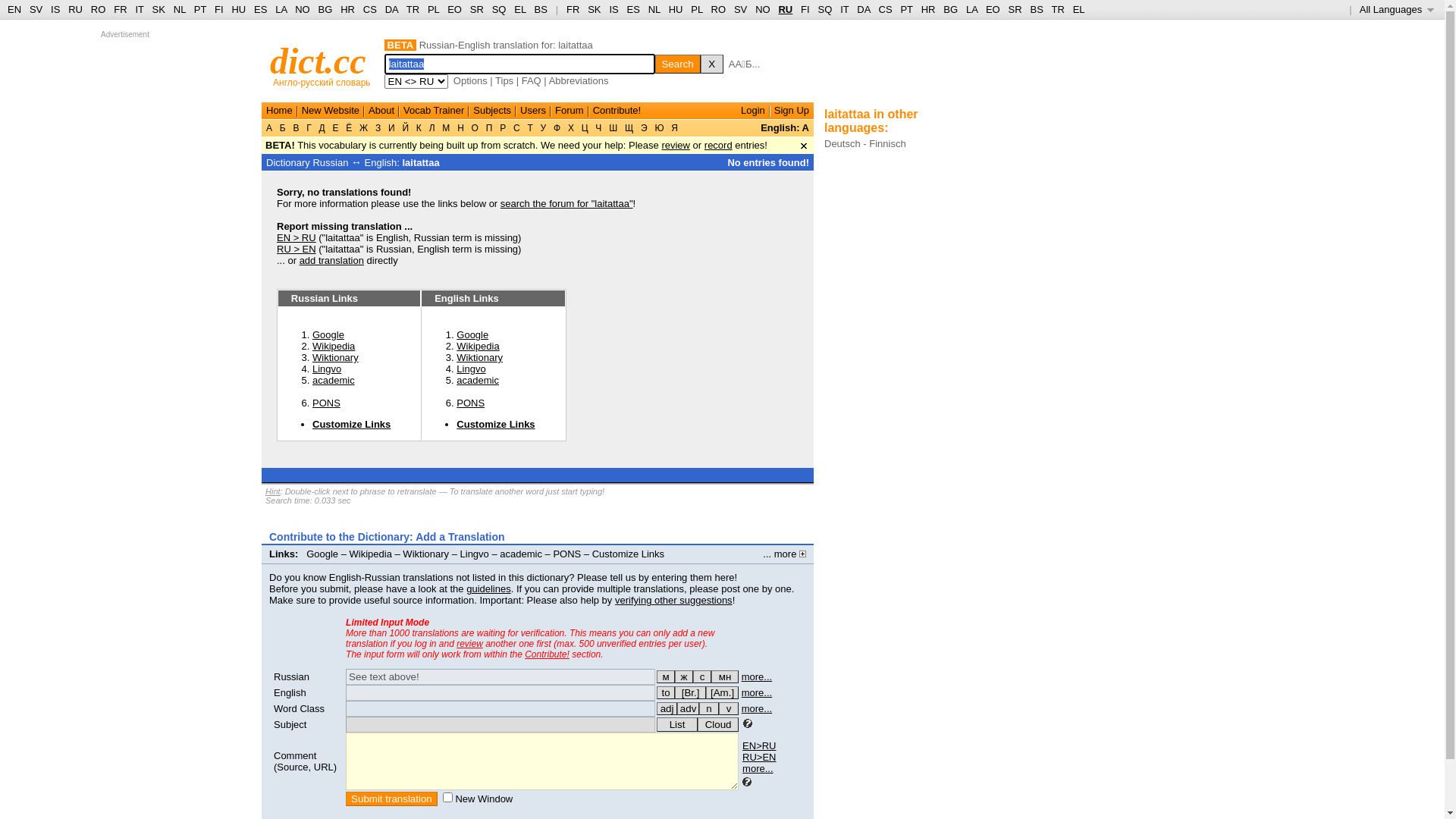 The image size is (1456, 819). What do you see at coordinates (1078, 9) in the screenshot?
I see `'EL'` at bounding box center [1078, 9].